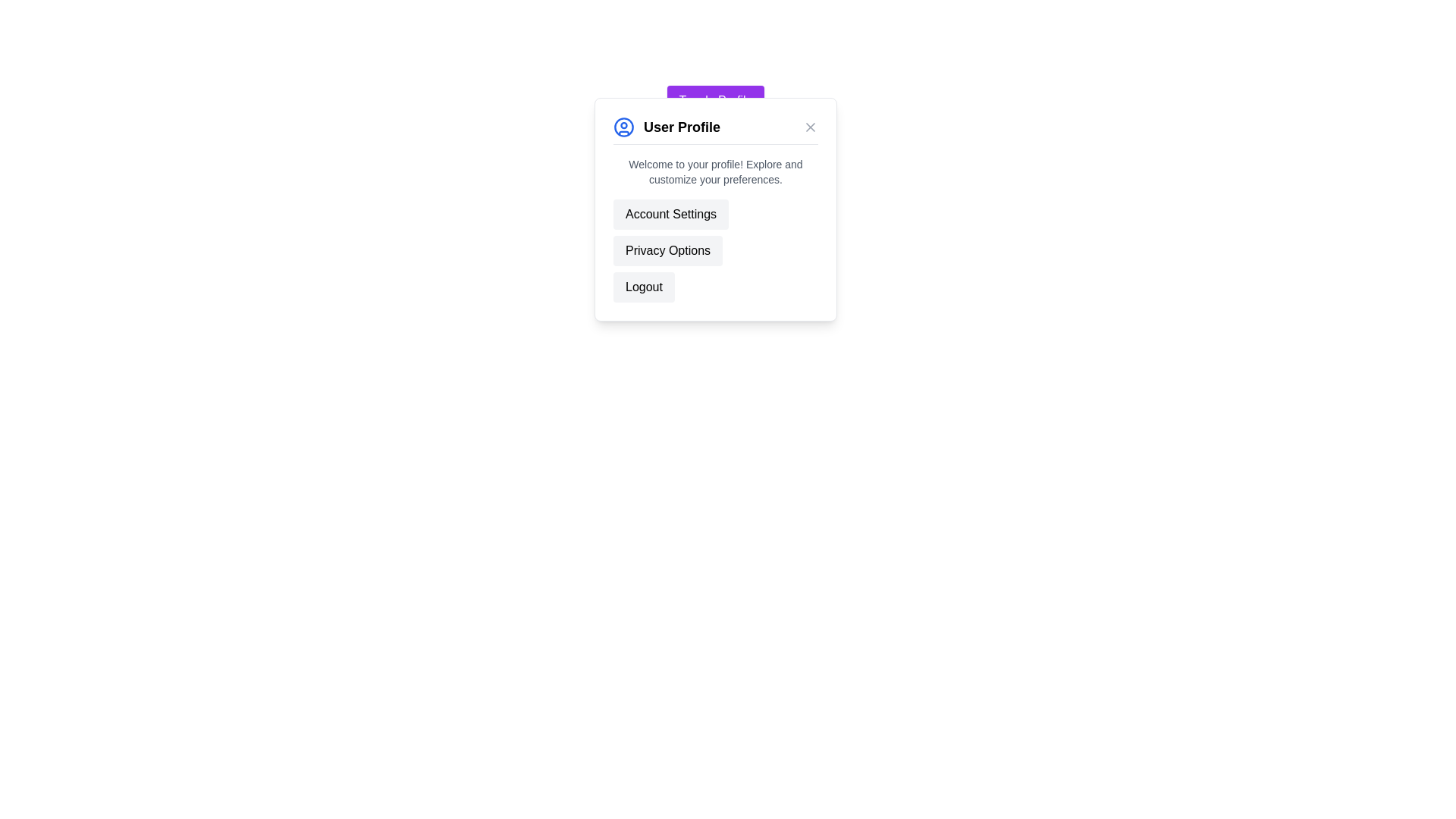 This screenshot has width=1456, height=819. What do you see at coordinates (715, 130) in the screenshot?
I see `the user profile icon located in the header section of the modal for additional features` at bounding box center [715, 130].